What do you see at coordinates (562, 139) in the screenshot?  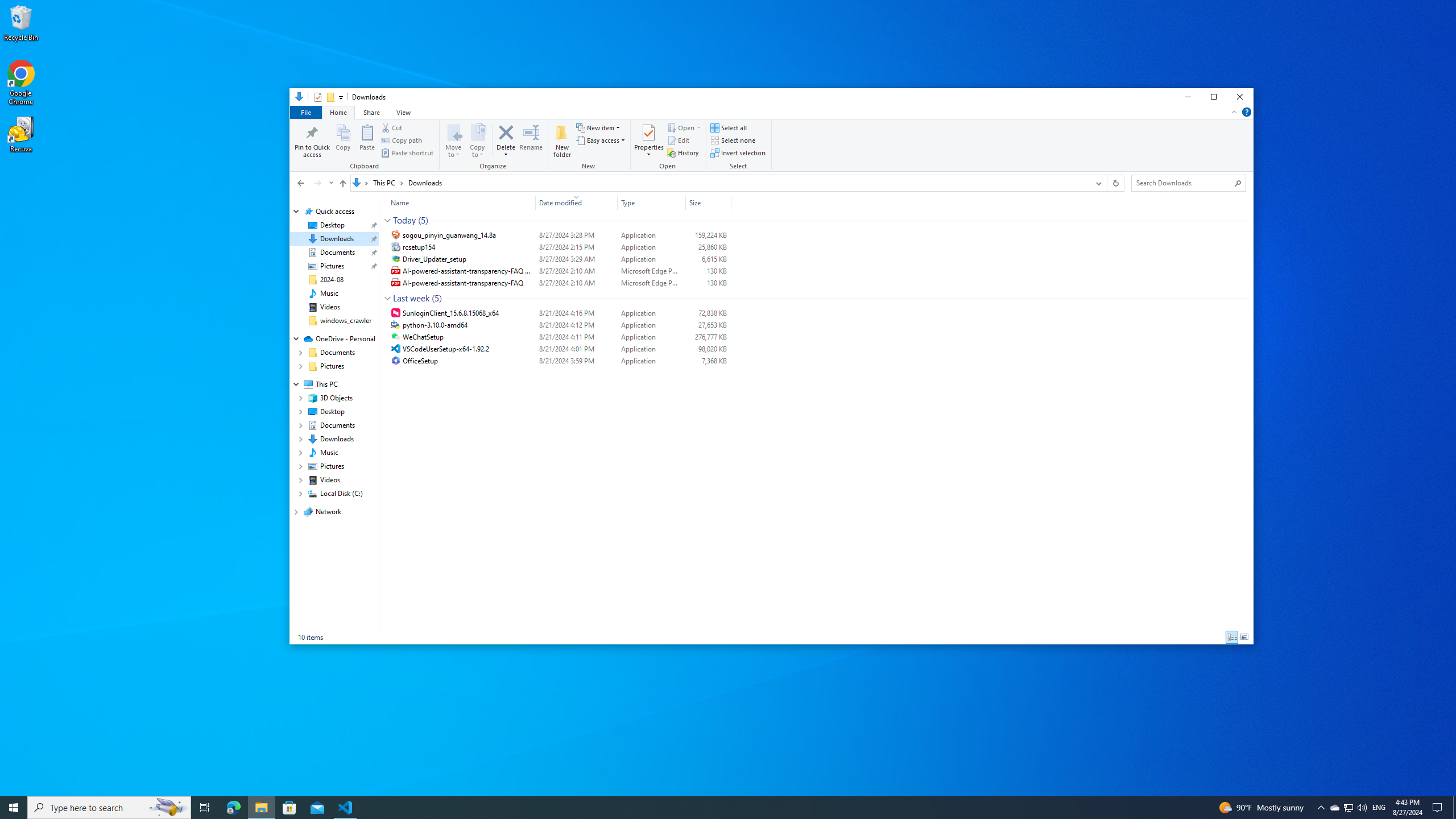 I see `'New folder'` at bounding box center [562, 139].